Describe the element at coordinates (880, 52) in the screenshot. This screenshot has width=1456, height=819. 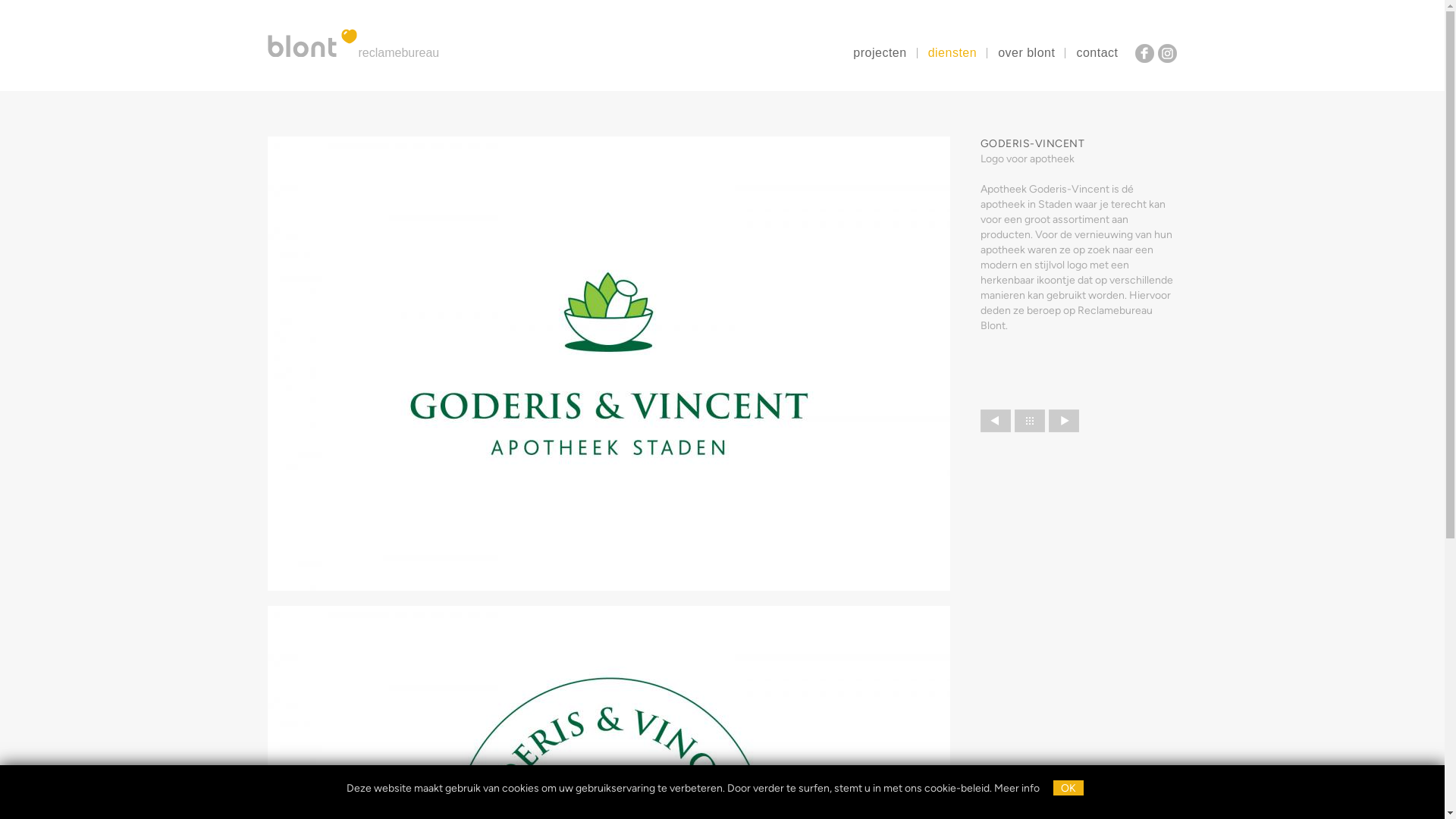
I see `'projecten'` at that location.